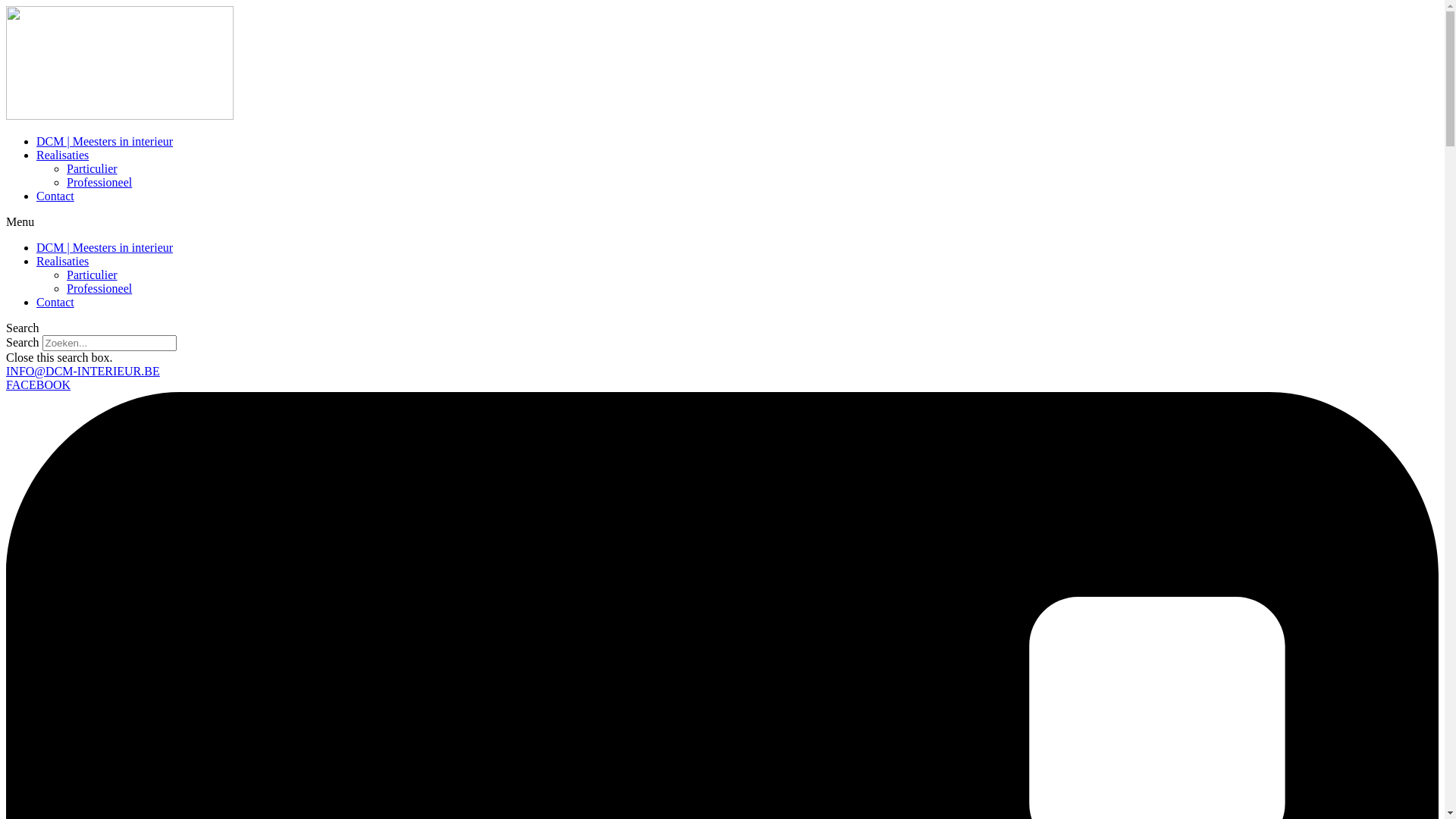 This screenshot has height=819, width=1456. Describe the element at coordinates (6, 6) in the screenshot. I see `'Ga naar de inhoud'` at that location.